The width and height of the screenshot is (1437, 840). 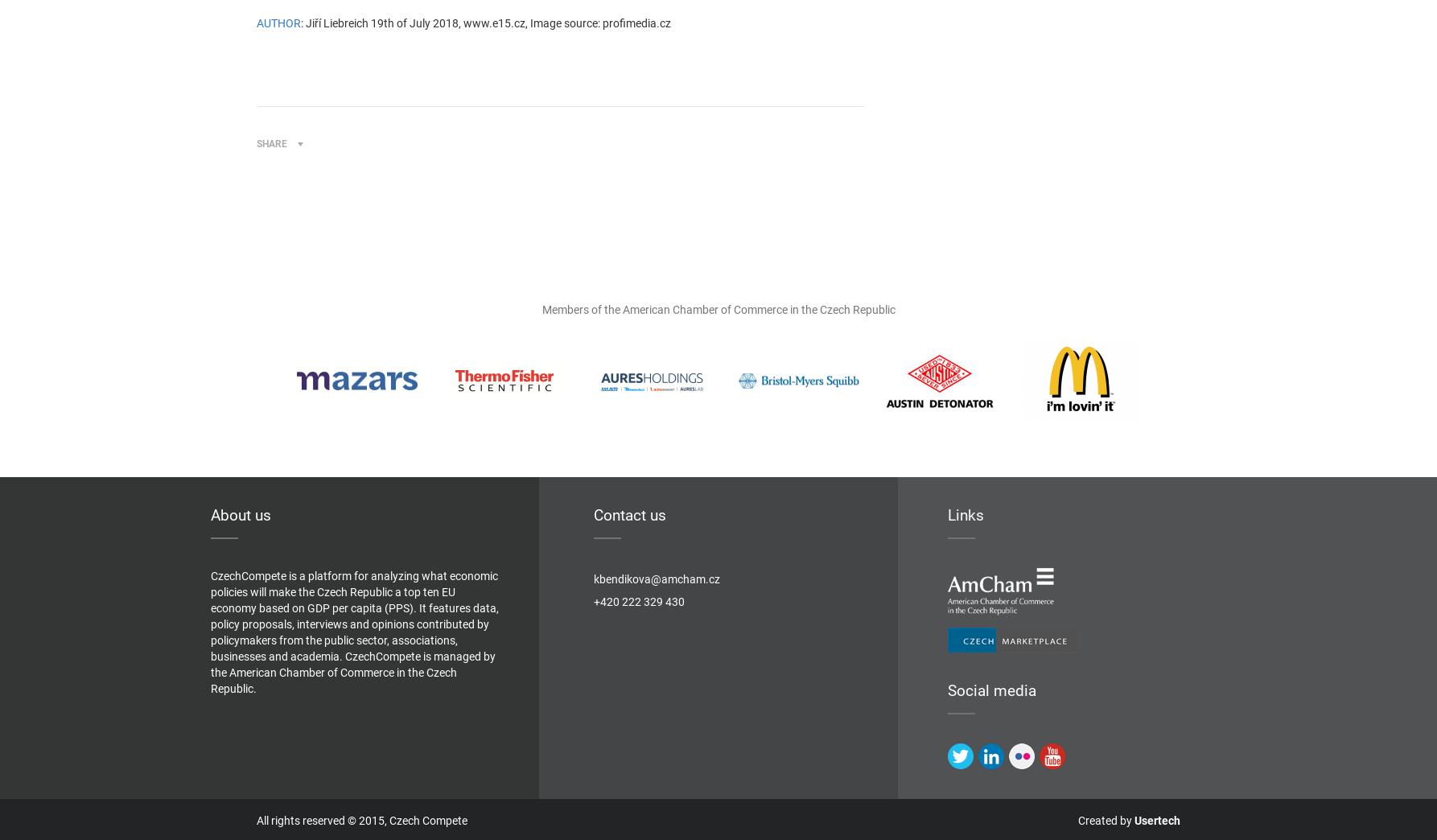 I want to click on 'All rights reserved © 2015, Czech Compete', so click(x=256, y=820).